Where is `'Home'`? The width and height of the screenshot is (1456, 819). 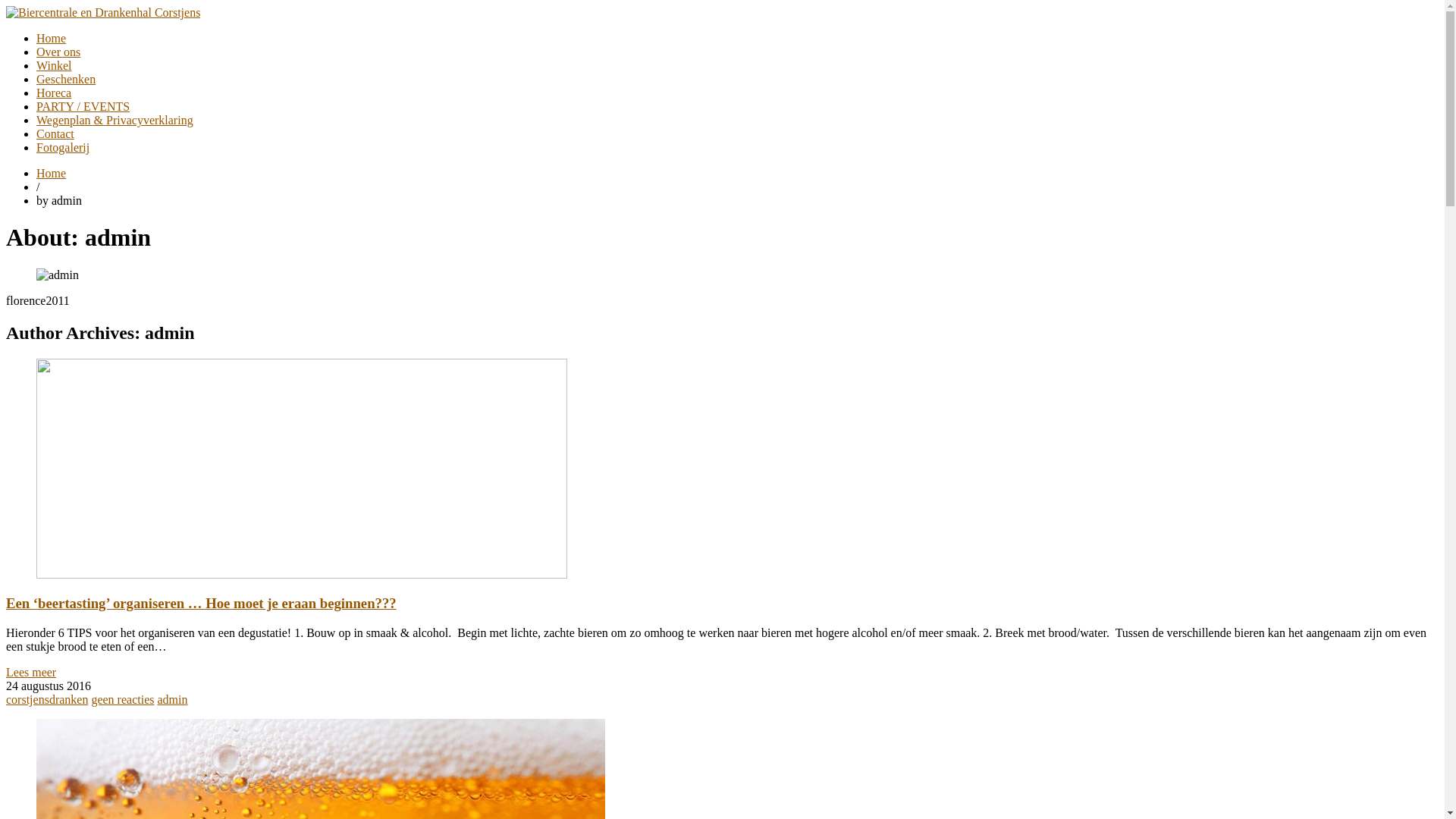
'Home' is located at coordinates (51, 172).